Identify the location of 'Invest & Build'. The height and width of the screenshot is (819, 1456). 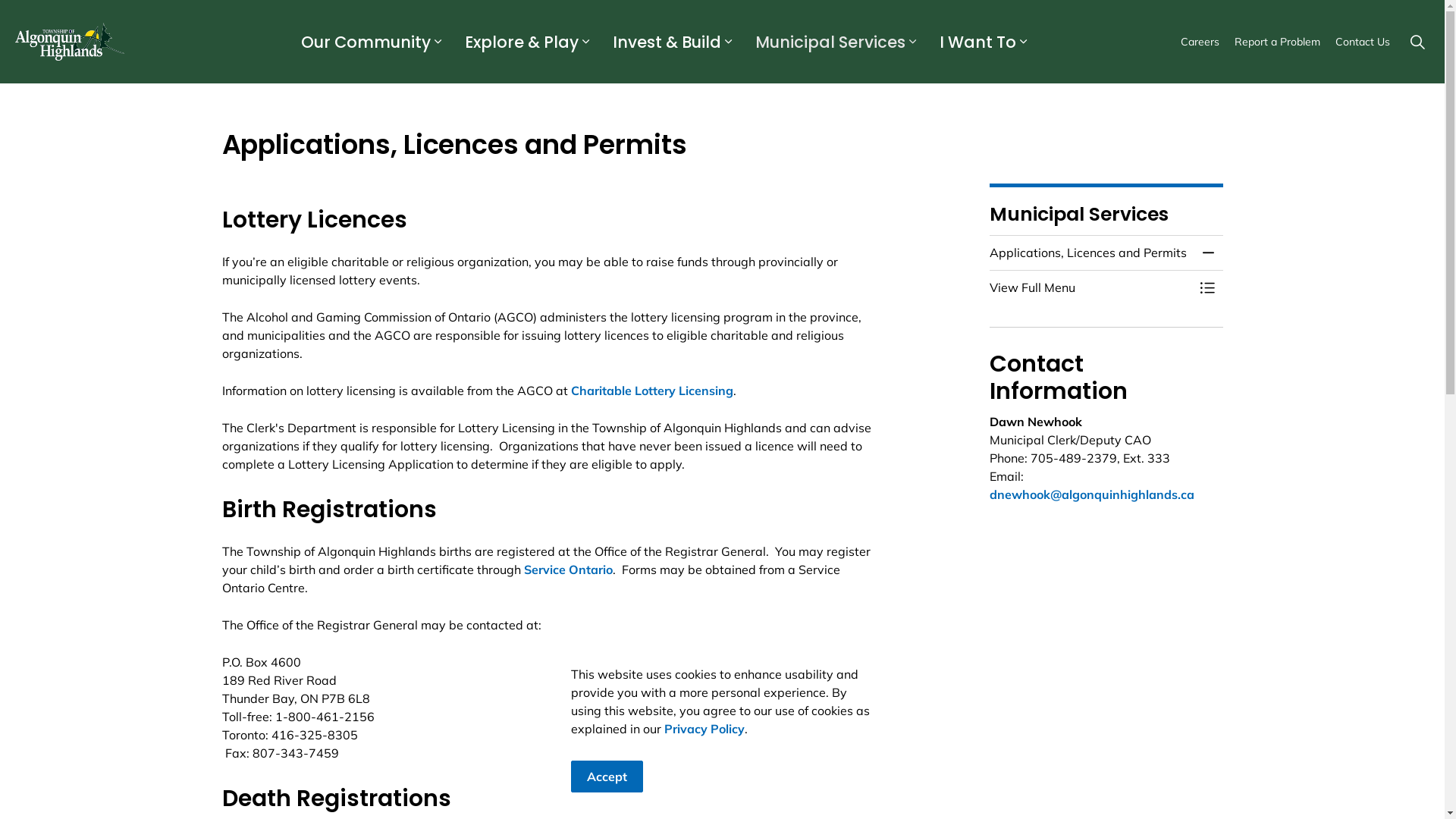
(665, 40).